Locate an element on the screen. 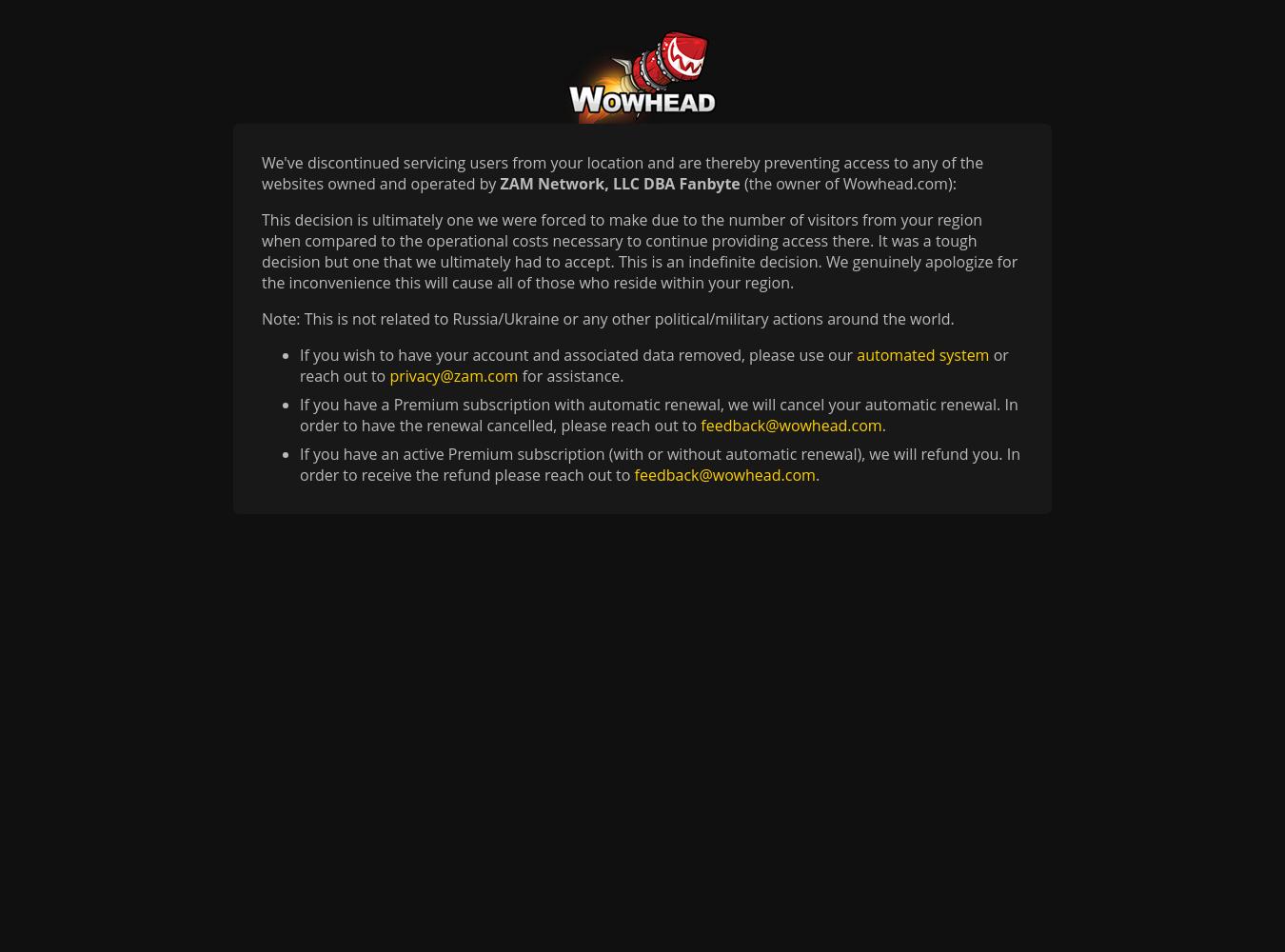 The height and width of the screenshot is (952, 1285). 'for assistance.' is located at coordinates (570, 376).